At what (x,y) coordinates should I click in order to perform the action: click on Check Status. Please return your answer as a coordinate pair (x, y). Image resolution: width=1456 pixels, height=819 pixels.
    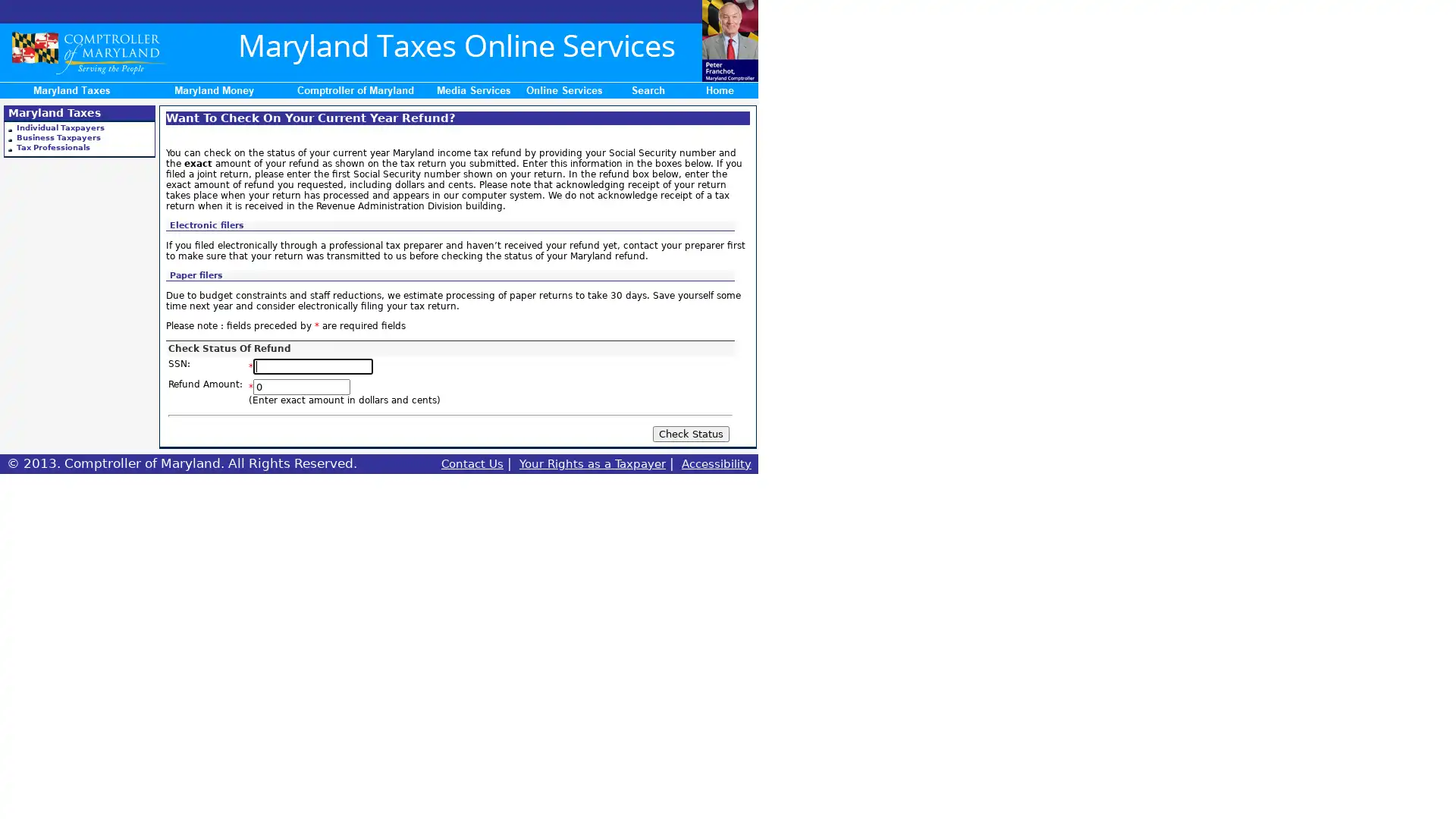
    Looking at the image, I should click on (690, 434).